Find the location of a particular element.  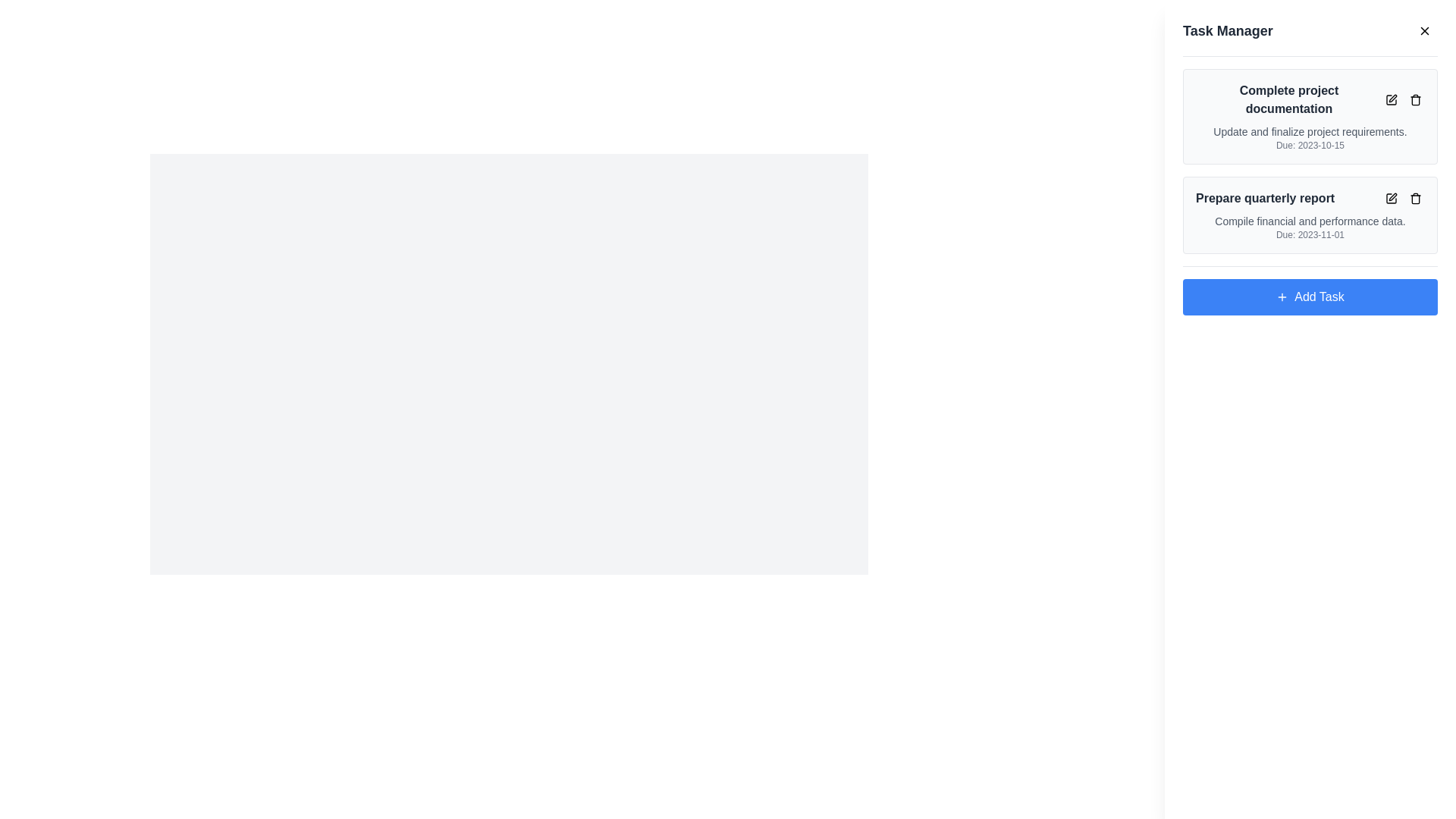

the Label within the Button that indicates adding a new task, located near the bottom of the sidebar, slightly to the right of the '+' icon is located at coordinates (1318, 297).